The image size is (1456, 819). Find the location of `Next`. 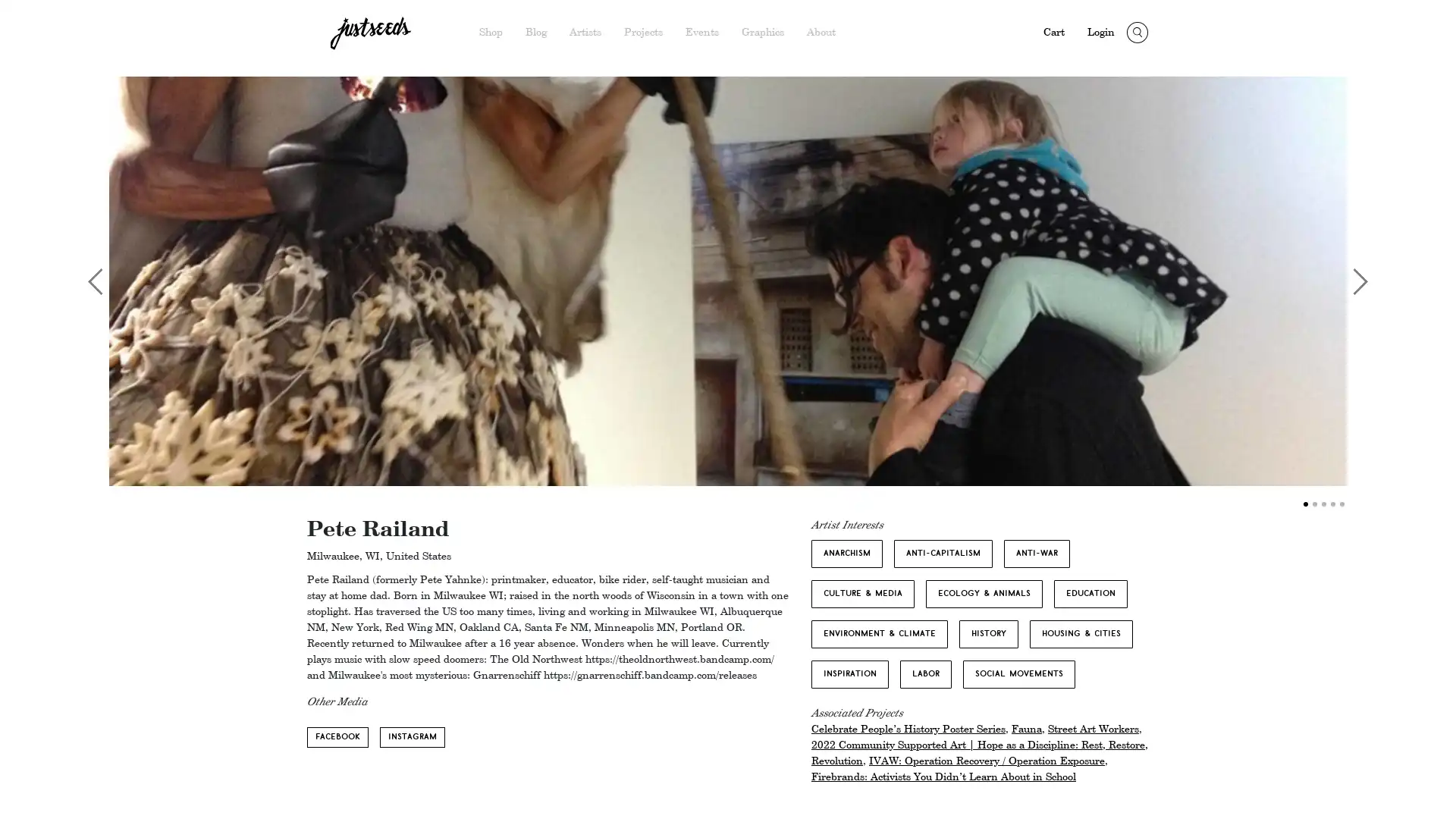

Next is located at coordinates (1354, 281).